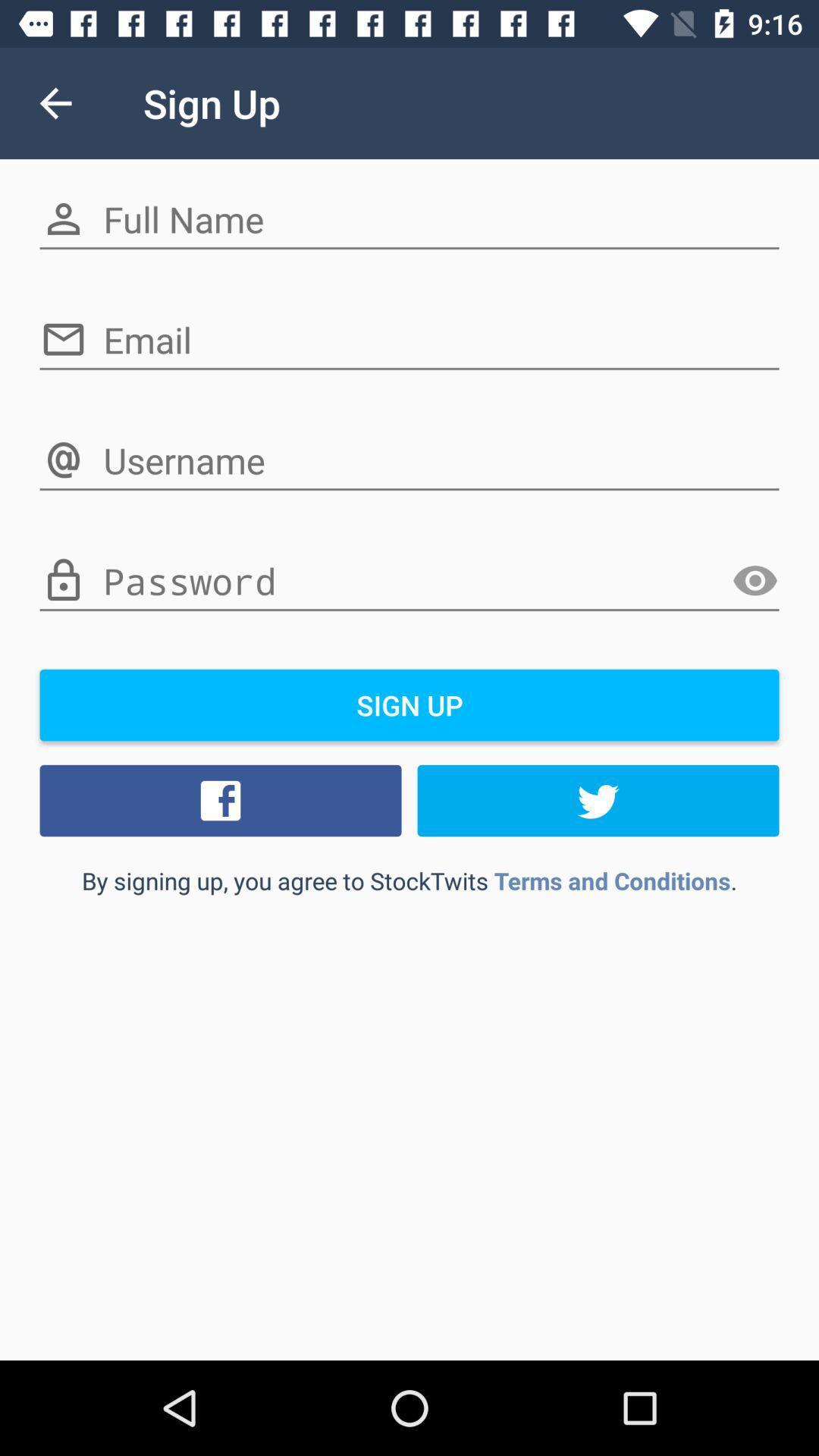 The image size is (819, 1456). Describe the element at coordinates (55, 102) in the screenshot. I see `item to the left of sign up` at that location.